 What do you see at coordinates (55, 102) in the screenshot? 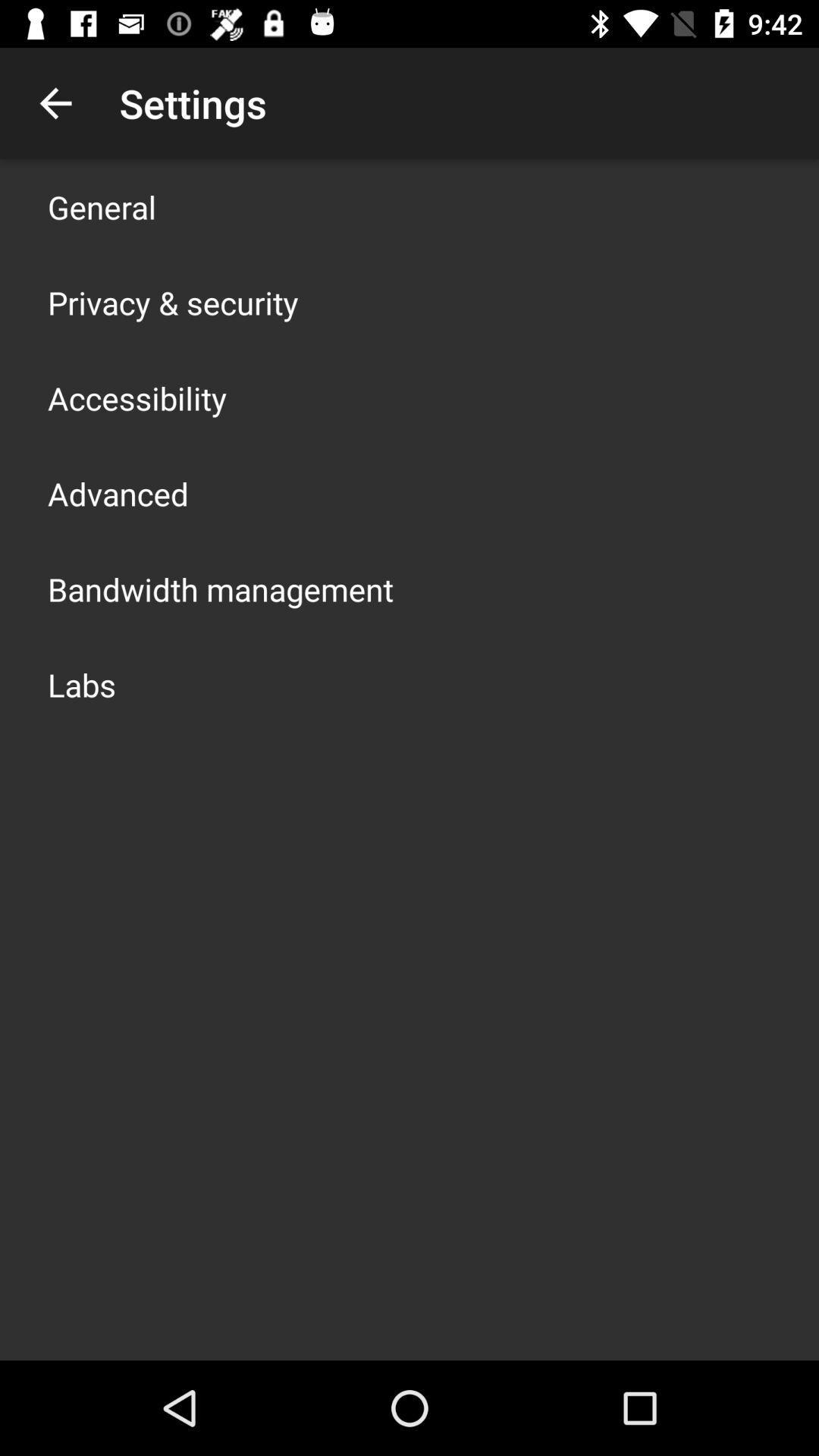
I see `app next to settings item` at bounding box center [55, 102].